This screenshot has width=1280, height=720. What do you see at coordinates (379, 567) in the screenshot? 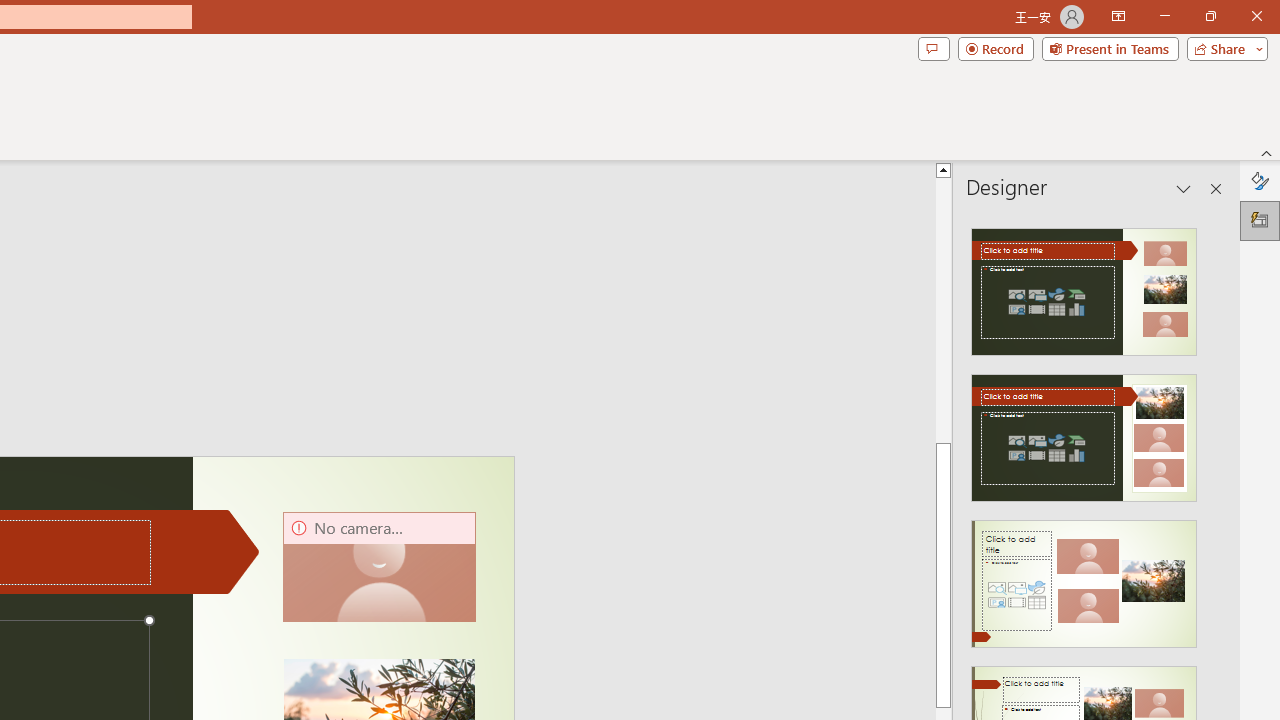
I see `'Camera 7, No camera detected.'` at bounding box center [379, 567].